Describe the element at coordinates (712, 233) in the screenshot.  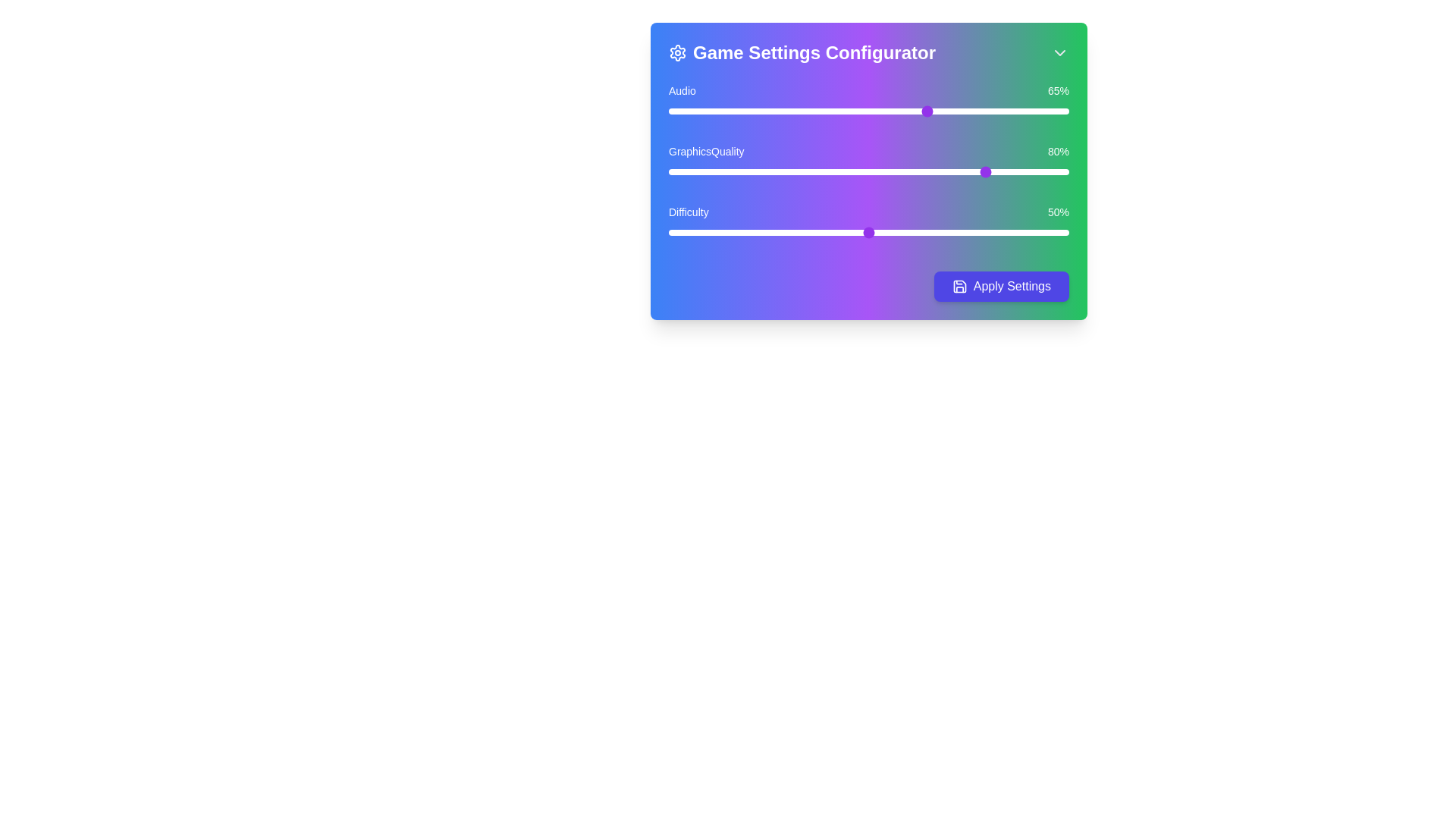
I see `the difficulty slider` at that location.